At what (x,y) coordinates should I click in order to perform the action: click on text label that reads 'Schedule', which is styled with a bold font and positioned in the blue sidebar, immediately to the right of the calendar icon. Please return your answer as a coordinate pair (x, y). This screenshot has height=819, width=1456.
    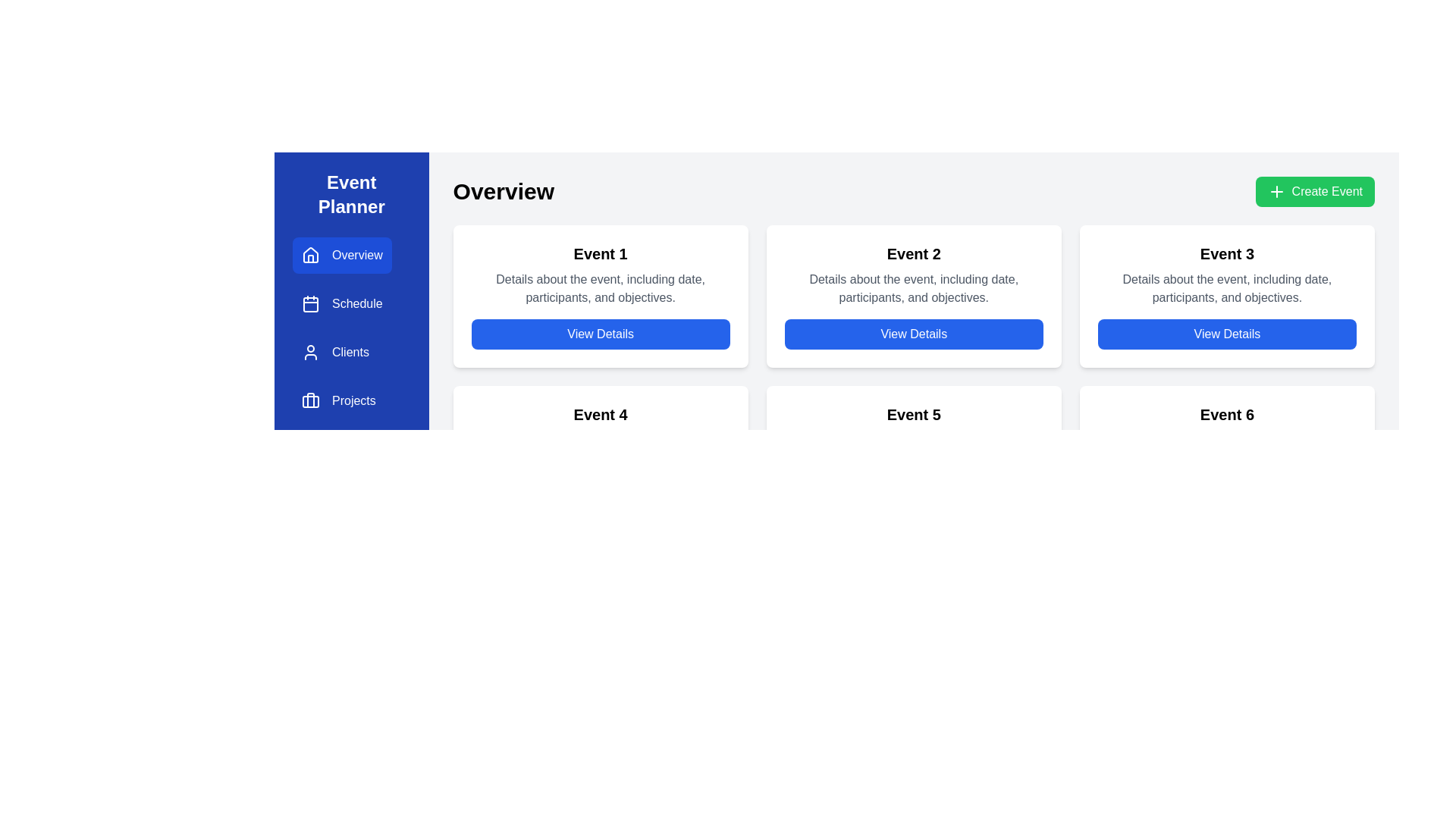
    Looking at the image, I should click on (356, 304).